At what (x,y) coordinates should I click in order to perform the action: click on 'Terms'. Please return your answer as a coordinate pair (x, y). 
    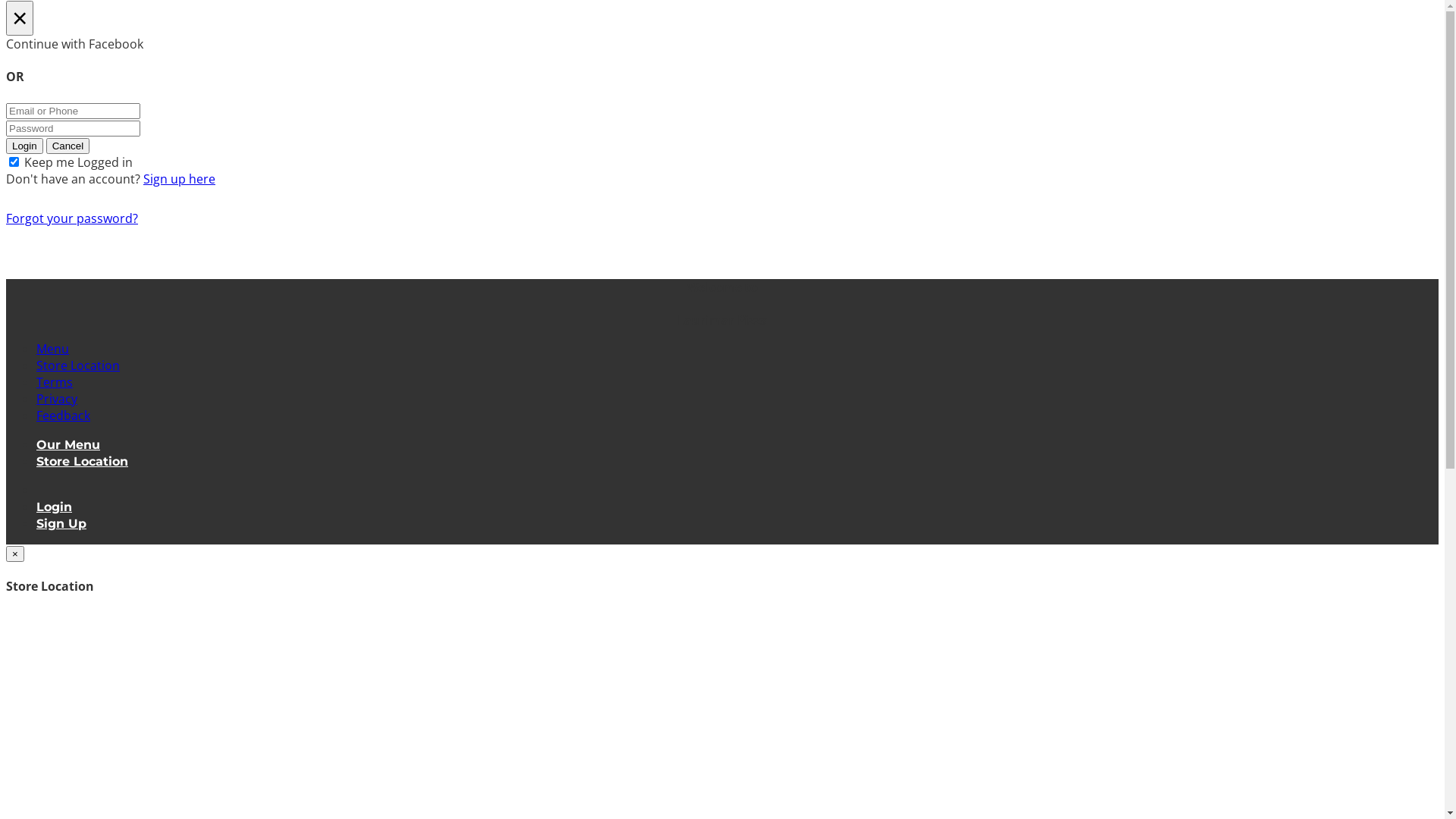
    Looking at the image, I should click on (36, 381).